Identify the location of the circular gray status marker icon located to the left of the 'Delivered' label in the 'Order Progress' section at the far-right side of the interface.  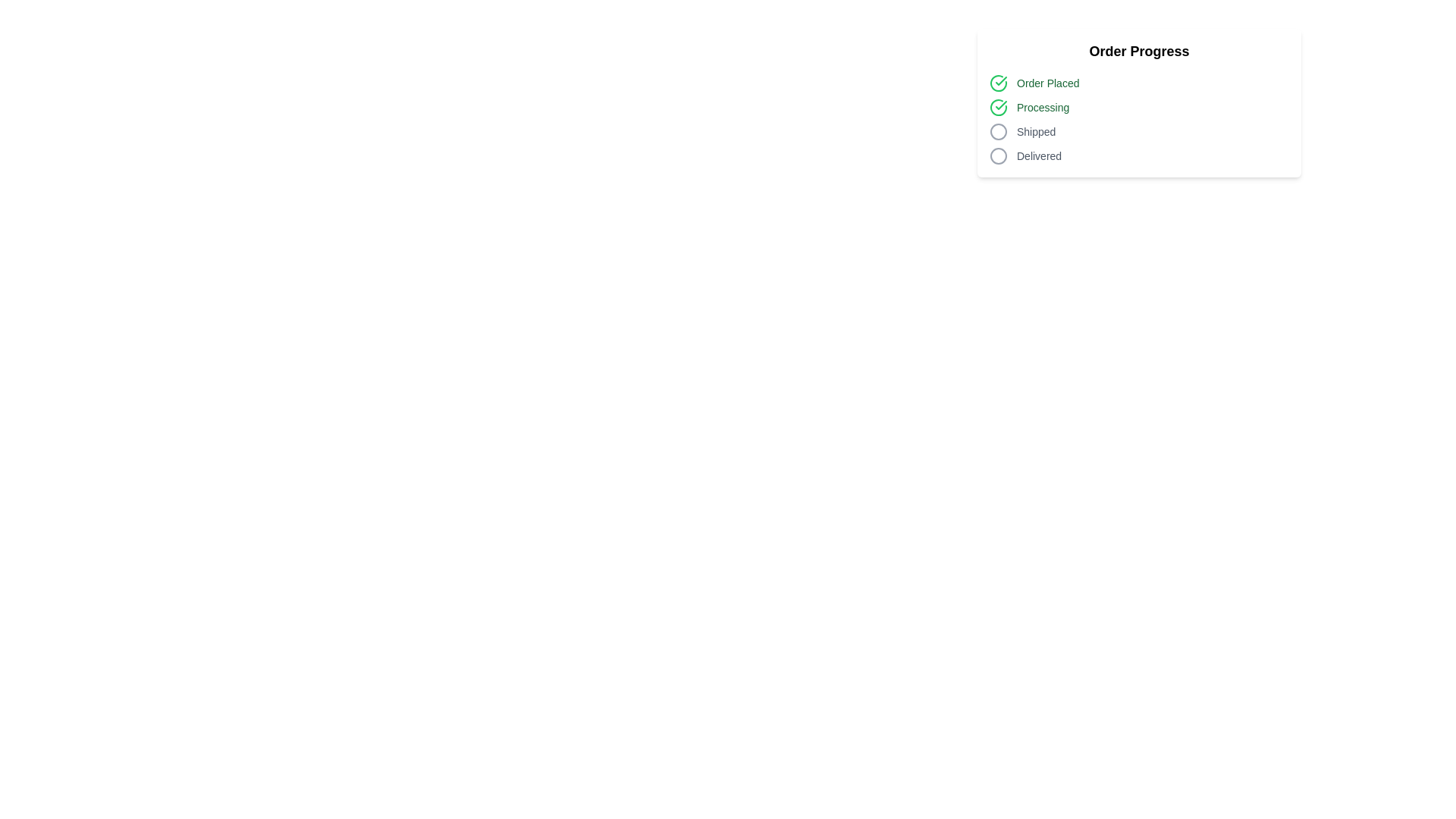
(998, 155).